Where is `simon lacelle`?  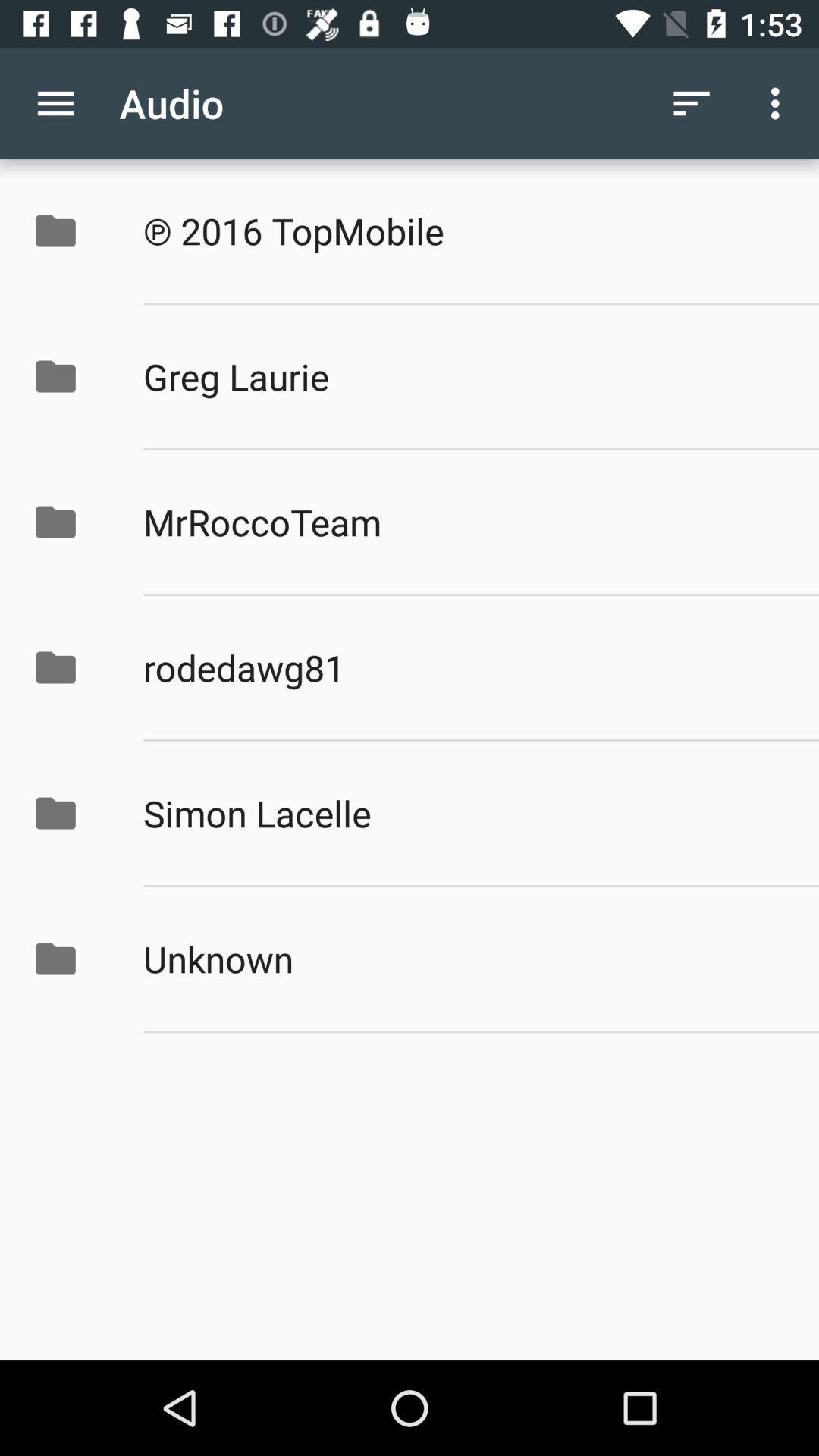 simon lacelle is located at coordinates (464, 812).